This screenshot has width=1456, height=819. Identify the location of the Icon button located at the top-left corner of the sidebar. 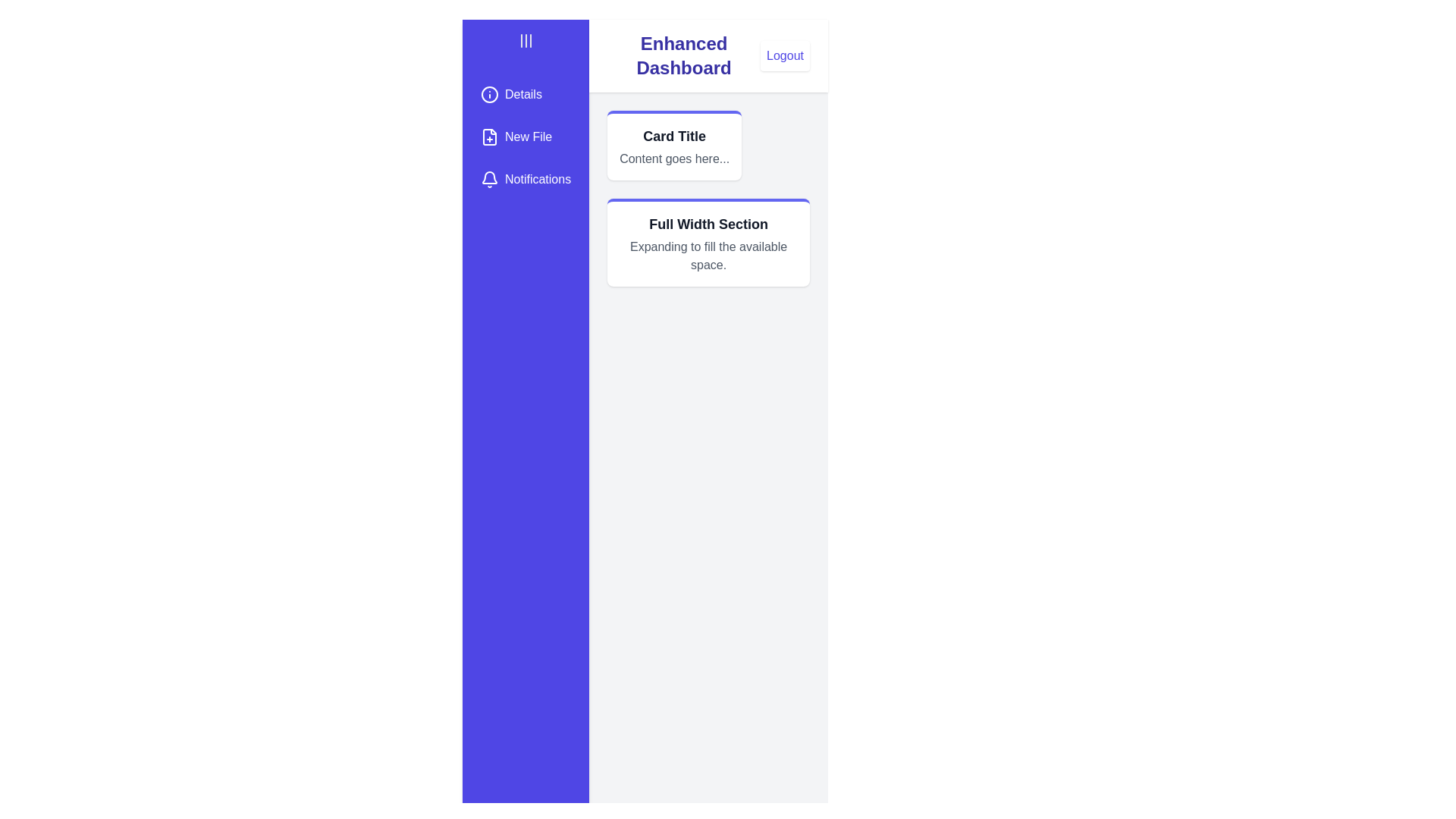
(526, 40).